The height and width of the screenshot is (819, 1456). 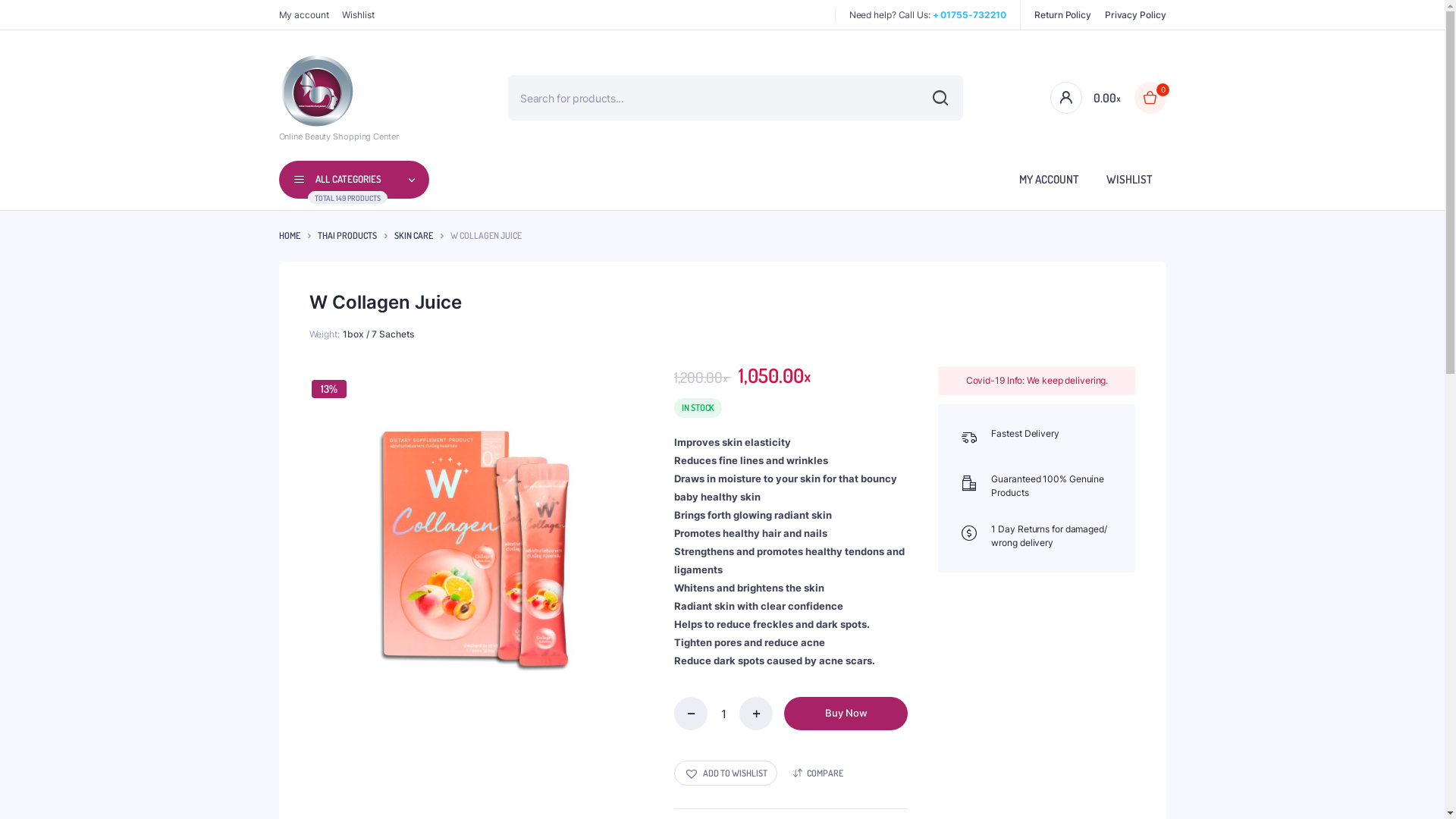 I want to click on 'Privacy Policy', so click(x=1135, y=14).